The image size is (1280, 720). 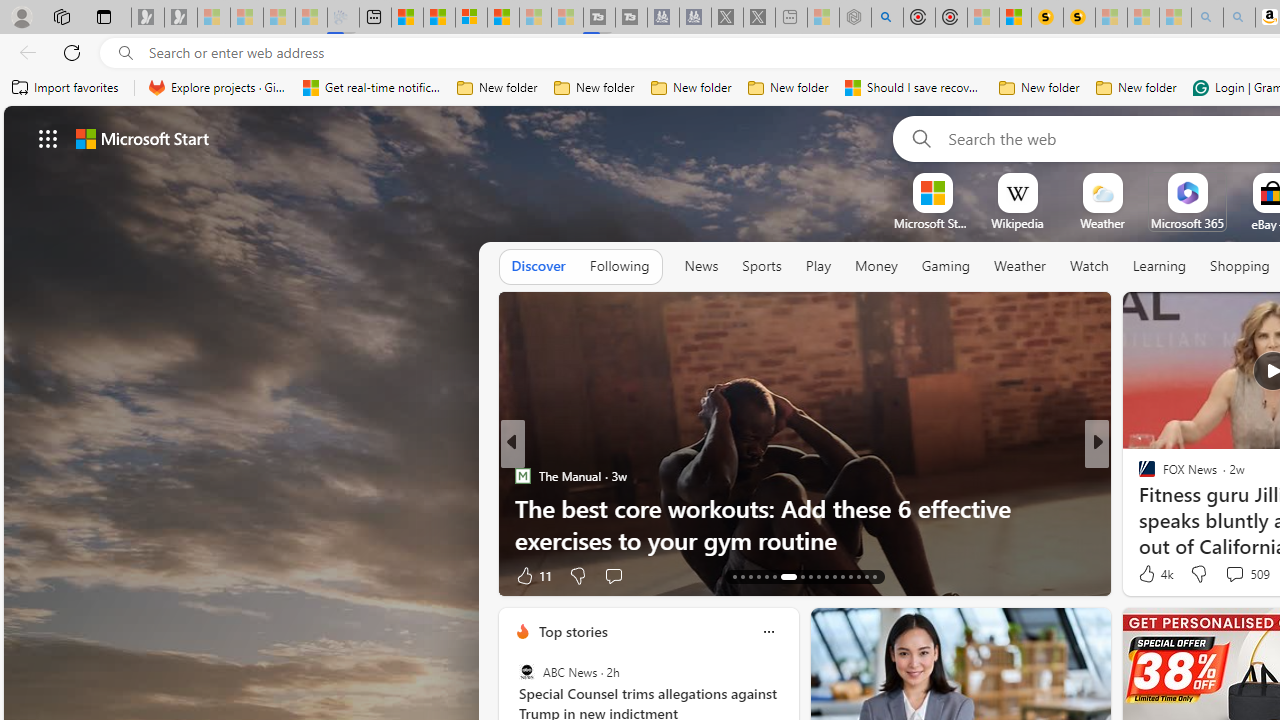 I want to click on 'News', so click(x=701, y=265).